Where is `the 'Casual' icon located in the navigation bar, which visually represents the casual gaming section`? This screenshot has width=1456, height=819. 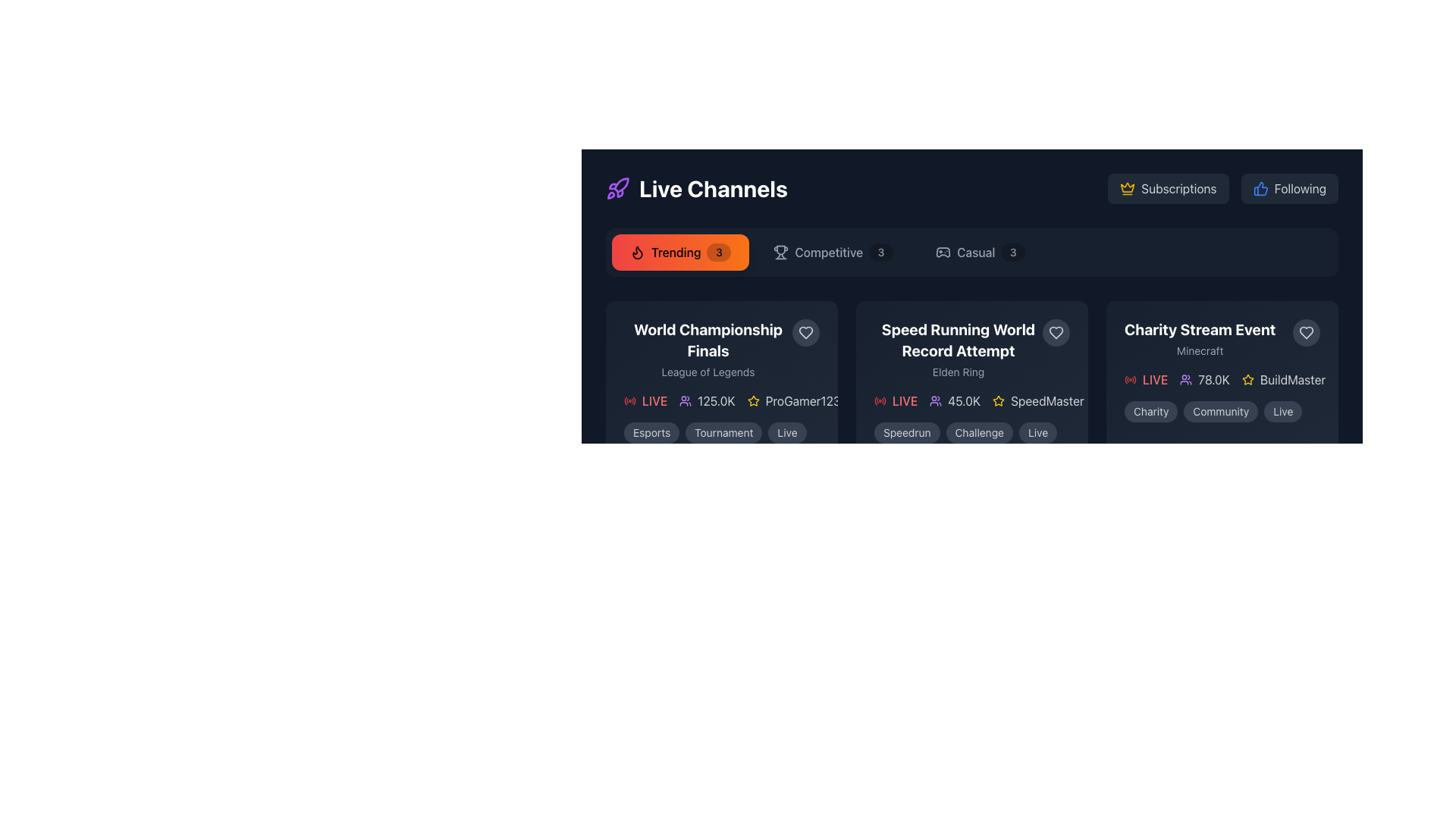 the 'Casual' icon located in the navigation bar, which visually represents the casual gaming section is located at coordinates (942, 251).